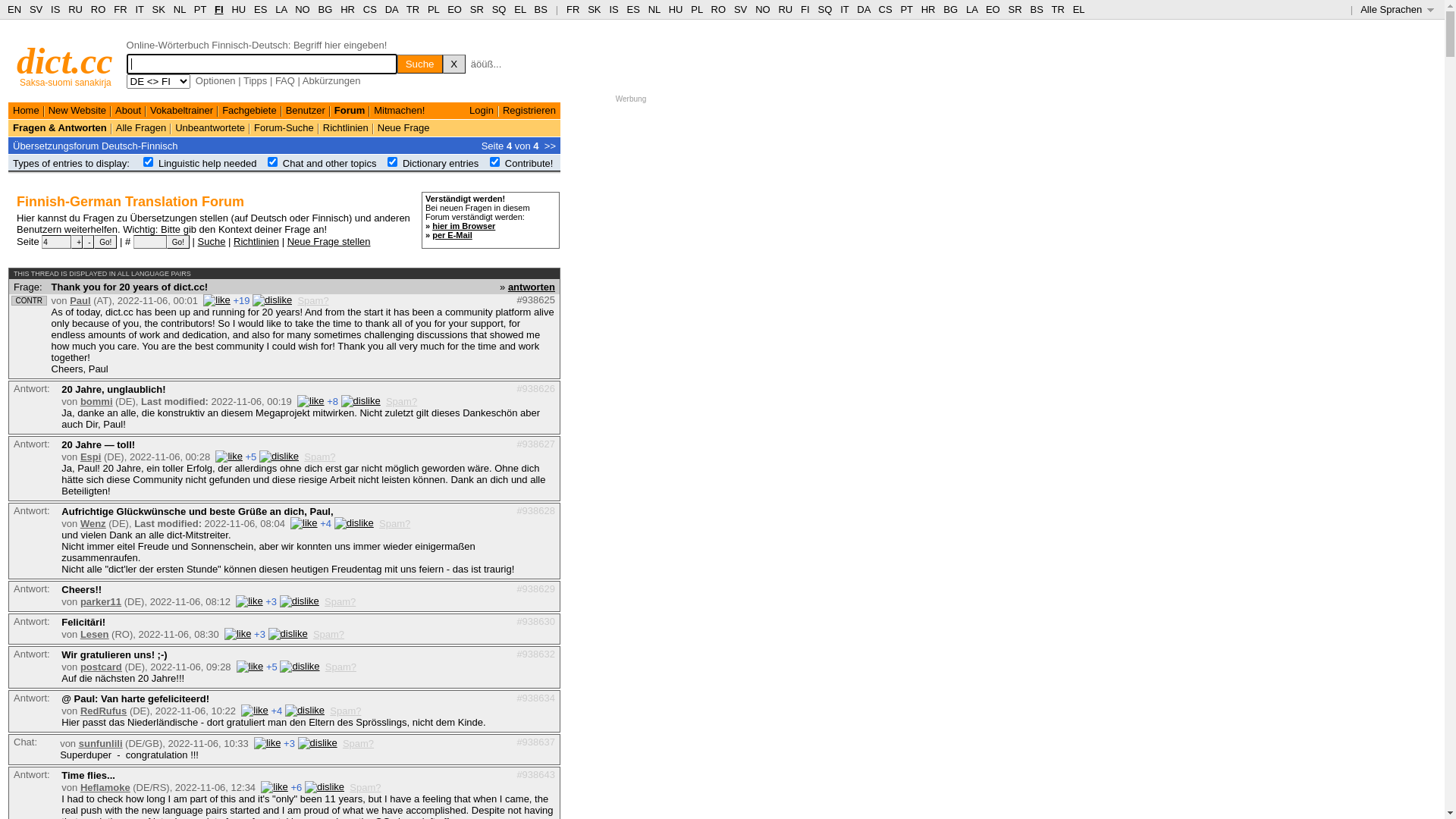  What do you see at coordinates (305, 109) in the screenshot?
I see `'Benutzer'` at bounding box center [305, 109].